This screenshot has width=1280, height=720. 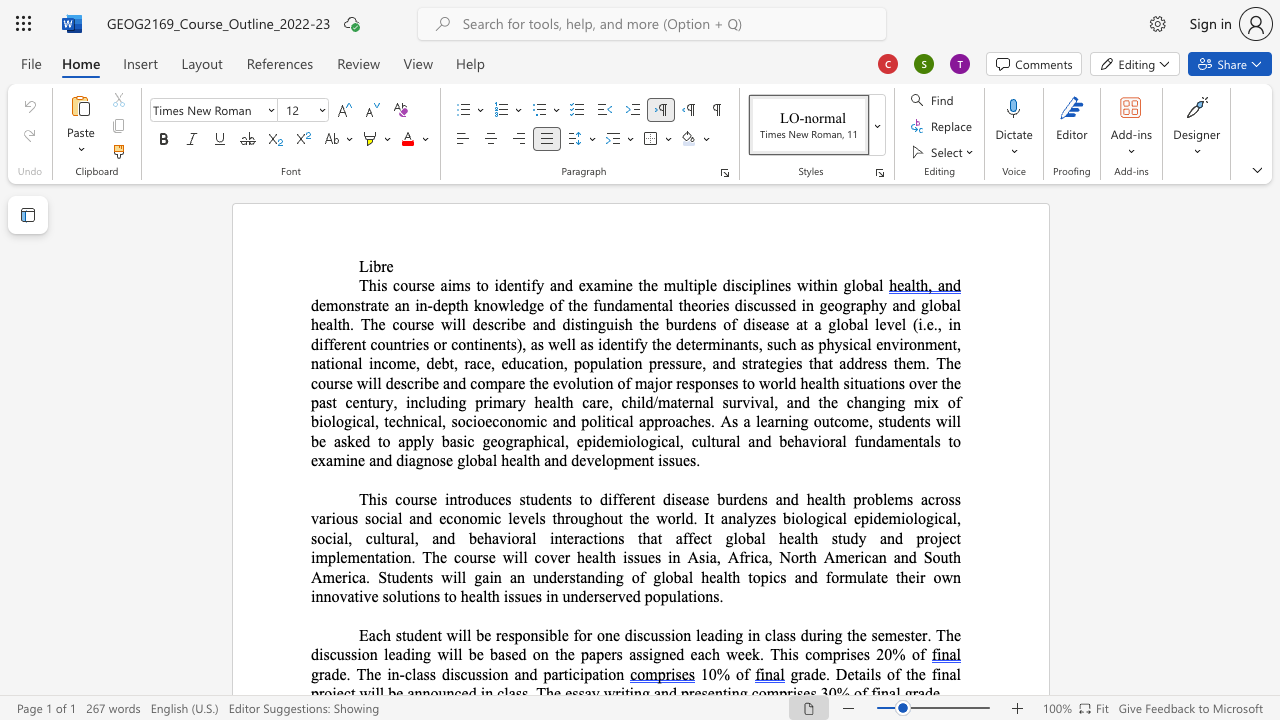 What do you see at coordinates (601, 285) in the screenshot?
I see `the space between the continuous character "a" and "m" in the text` at bounding box center [601, 285].